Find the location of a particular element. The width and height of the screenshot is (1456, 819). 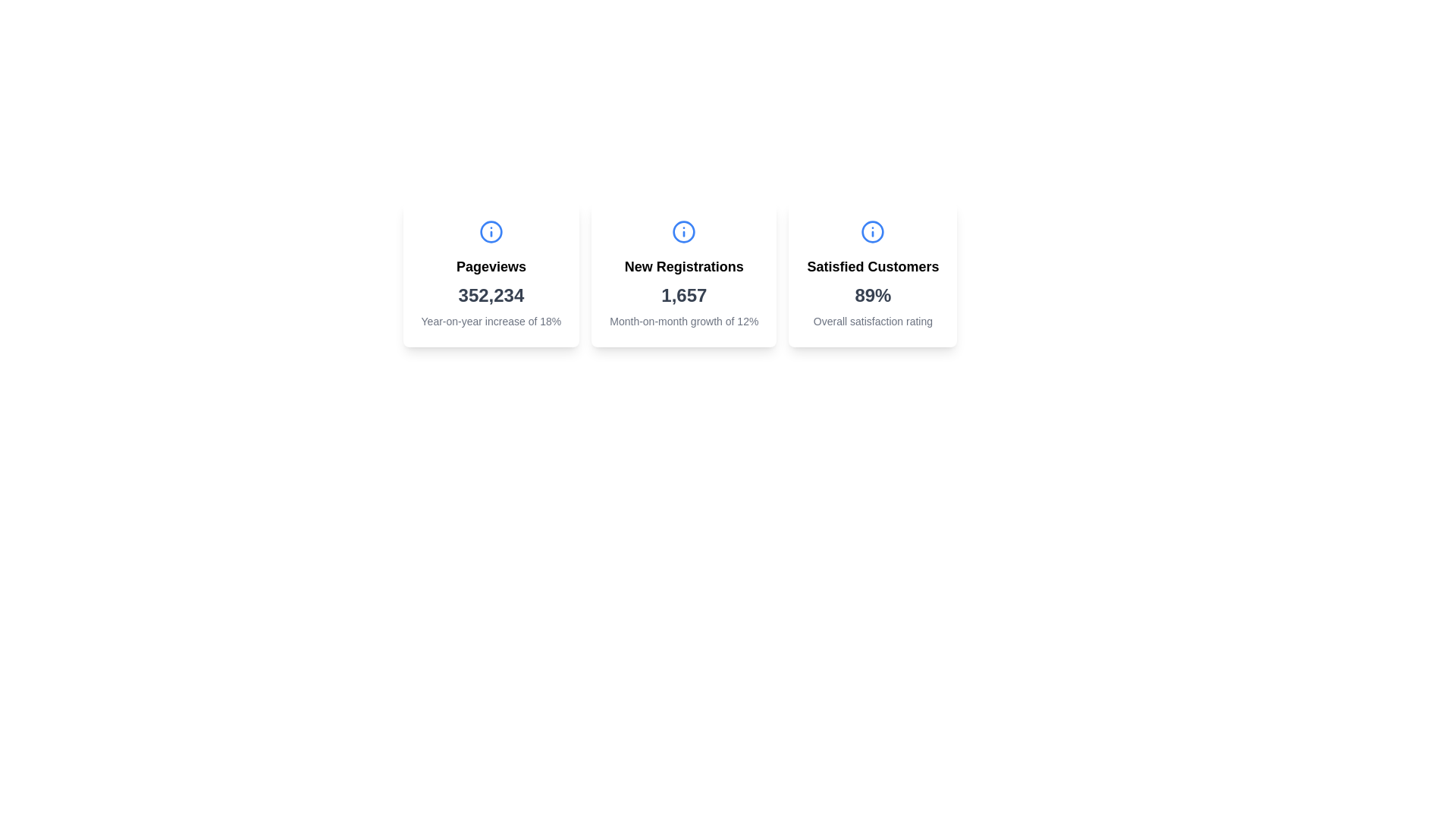

text label that is centrally located at the top-middle section of the card layout, which provides a title or category for the information displayed below it is located at coordinates (491, 265).